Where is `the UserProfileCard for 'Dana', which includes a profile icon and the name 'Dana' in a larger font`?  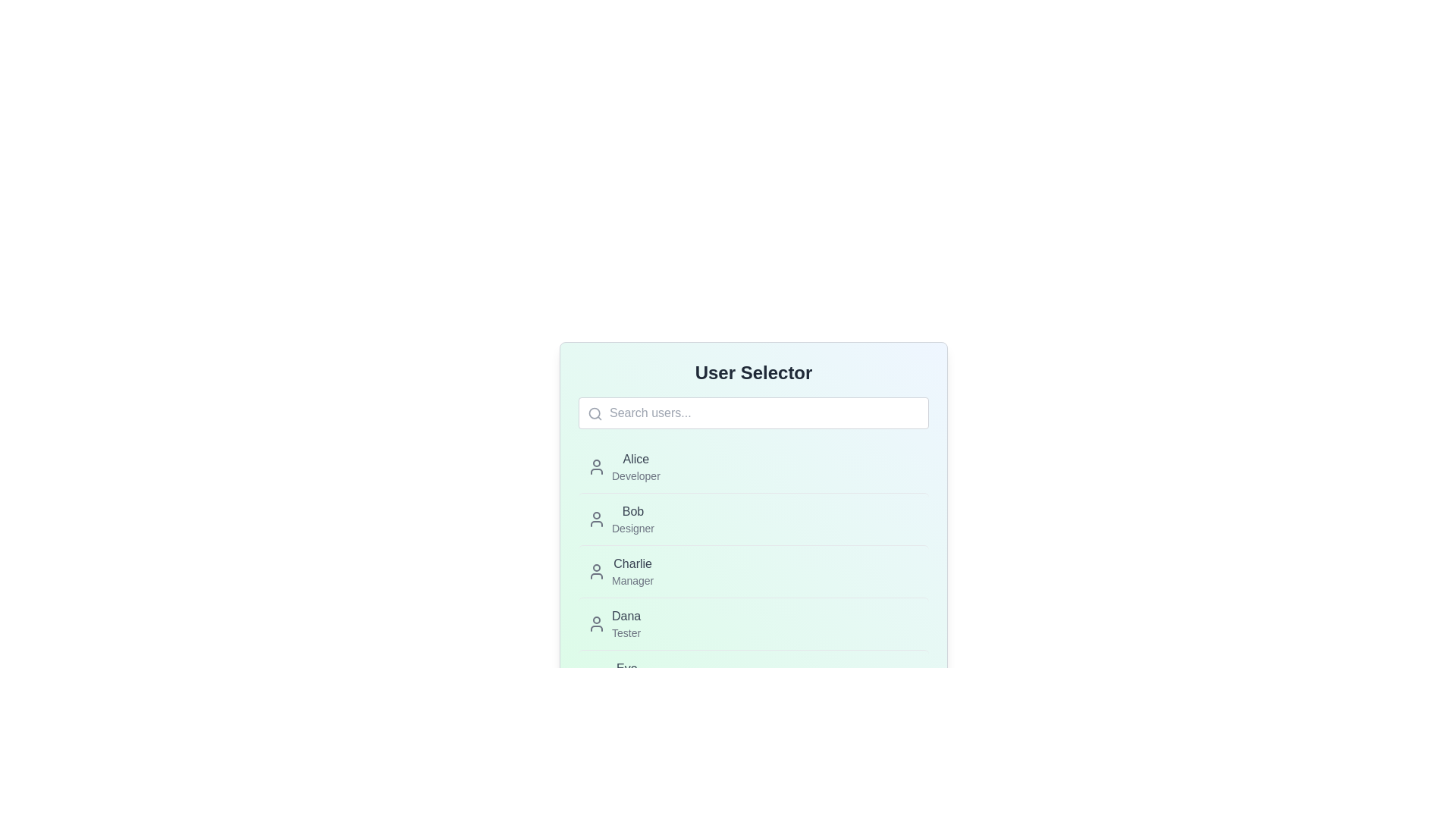 the UserProfileCard for 'Dana', which includes a profile icon and the name 'Dana' in a larger font is located at coordinates (614, 623).